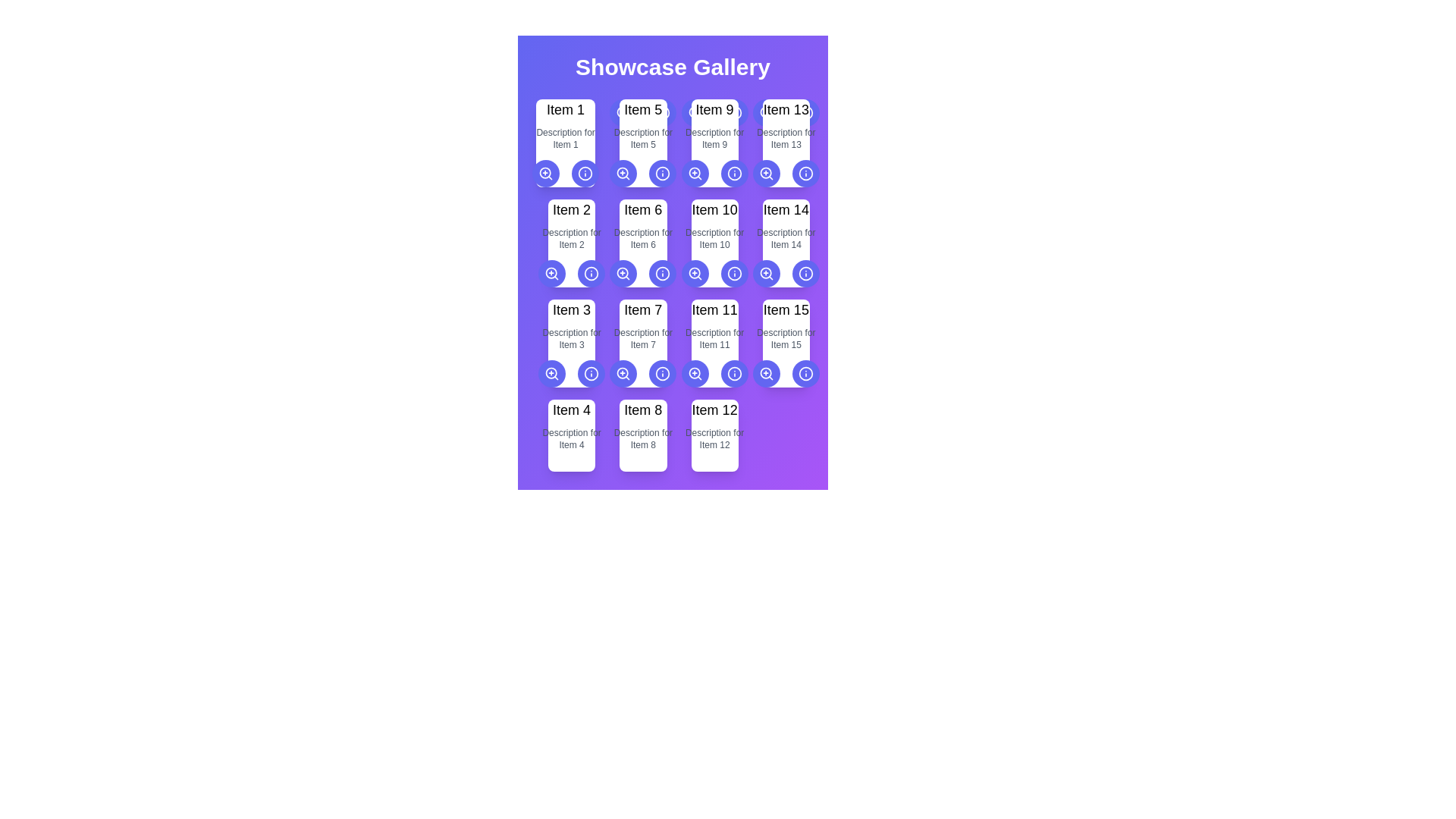 This screenshot has width=1456, height=819. Describe the element at coordinates (565, 143) in the screenshot. I see `the first card component` at that location.